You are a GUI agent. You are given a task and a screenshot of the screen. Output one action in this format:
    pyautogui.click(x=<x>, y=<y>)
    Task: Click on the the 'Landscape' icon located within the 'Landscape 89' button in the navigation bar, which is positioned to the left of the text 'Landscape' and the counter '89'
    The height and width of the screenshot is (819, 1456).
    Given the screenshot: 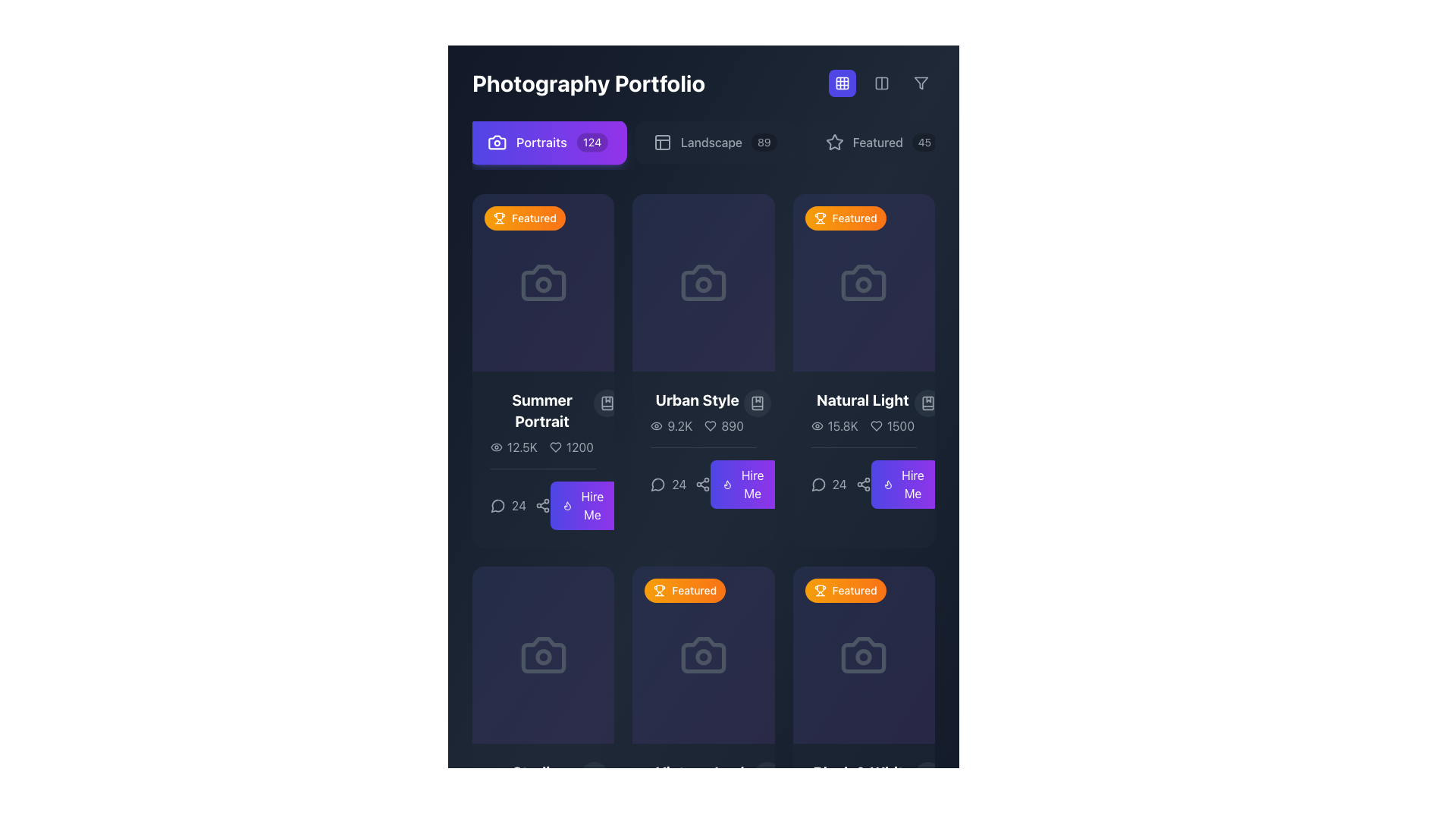 What is the action you would take?
    pyautogui.click(x=662, y=143)
    